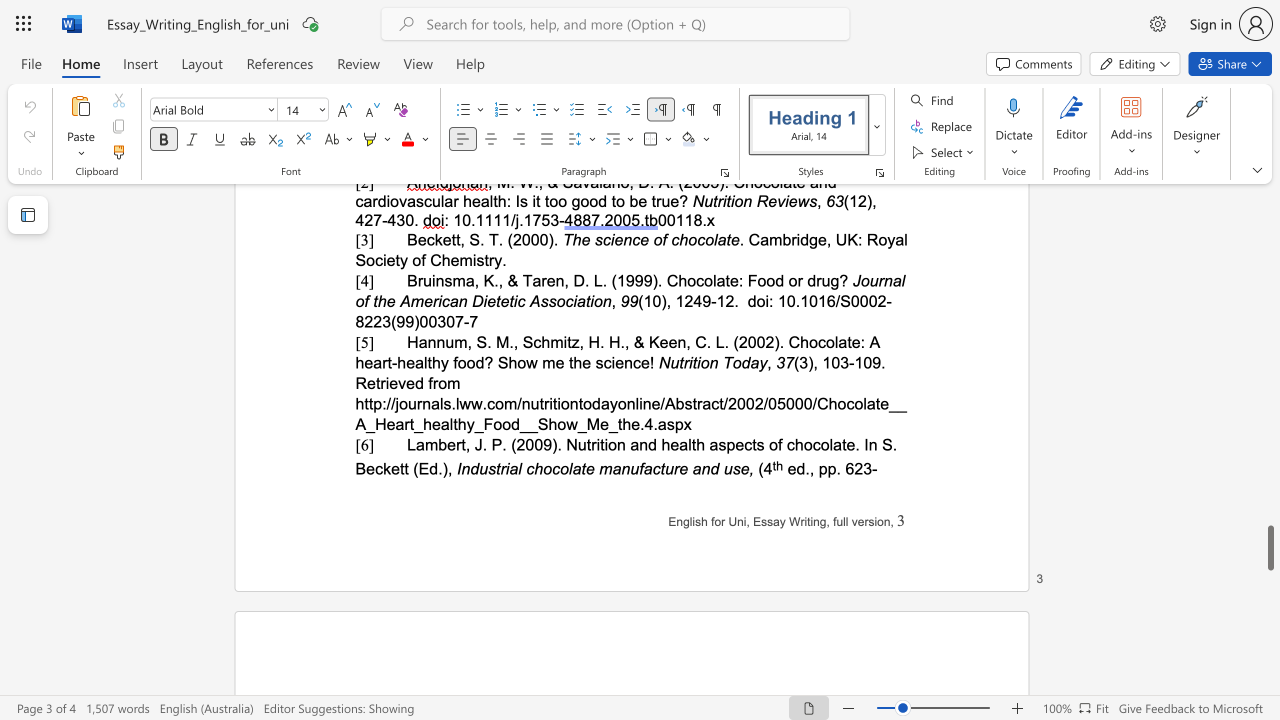 Image resolution: width=1280 pixels, height=720 pixels. What do you see at coordinates (1269, 390) in the screenshot?
I see `the right-hand scrollbar to ascend the page` at bounding box center [1269, 390].